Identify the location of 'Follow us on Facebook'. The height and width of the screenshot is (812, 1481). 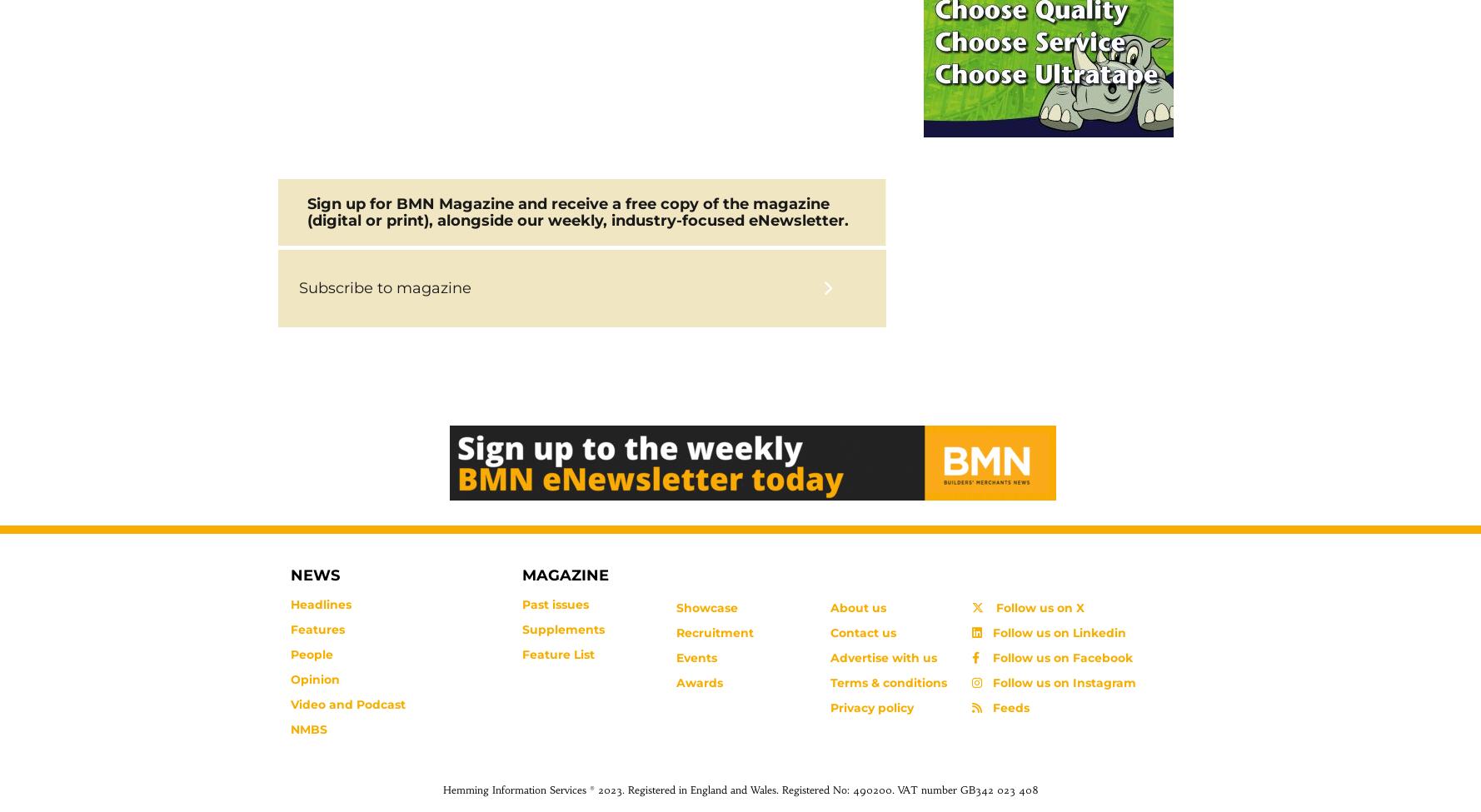
(1062, 658).